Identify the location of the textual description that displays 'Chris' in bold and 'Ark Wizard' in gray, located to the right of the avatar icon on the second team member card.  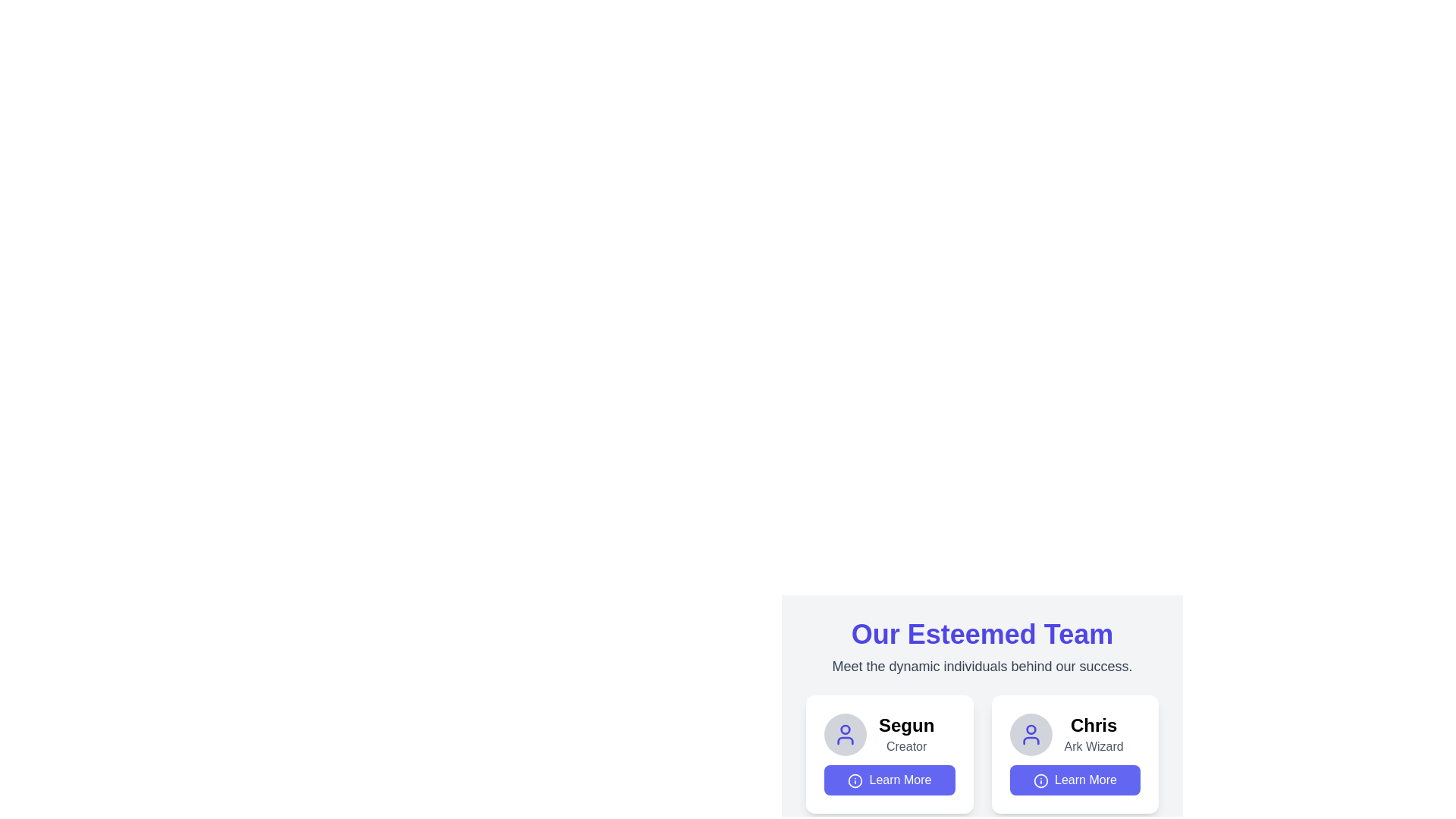
(1094, 733).